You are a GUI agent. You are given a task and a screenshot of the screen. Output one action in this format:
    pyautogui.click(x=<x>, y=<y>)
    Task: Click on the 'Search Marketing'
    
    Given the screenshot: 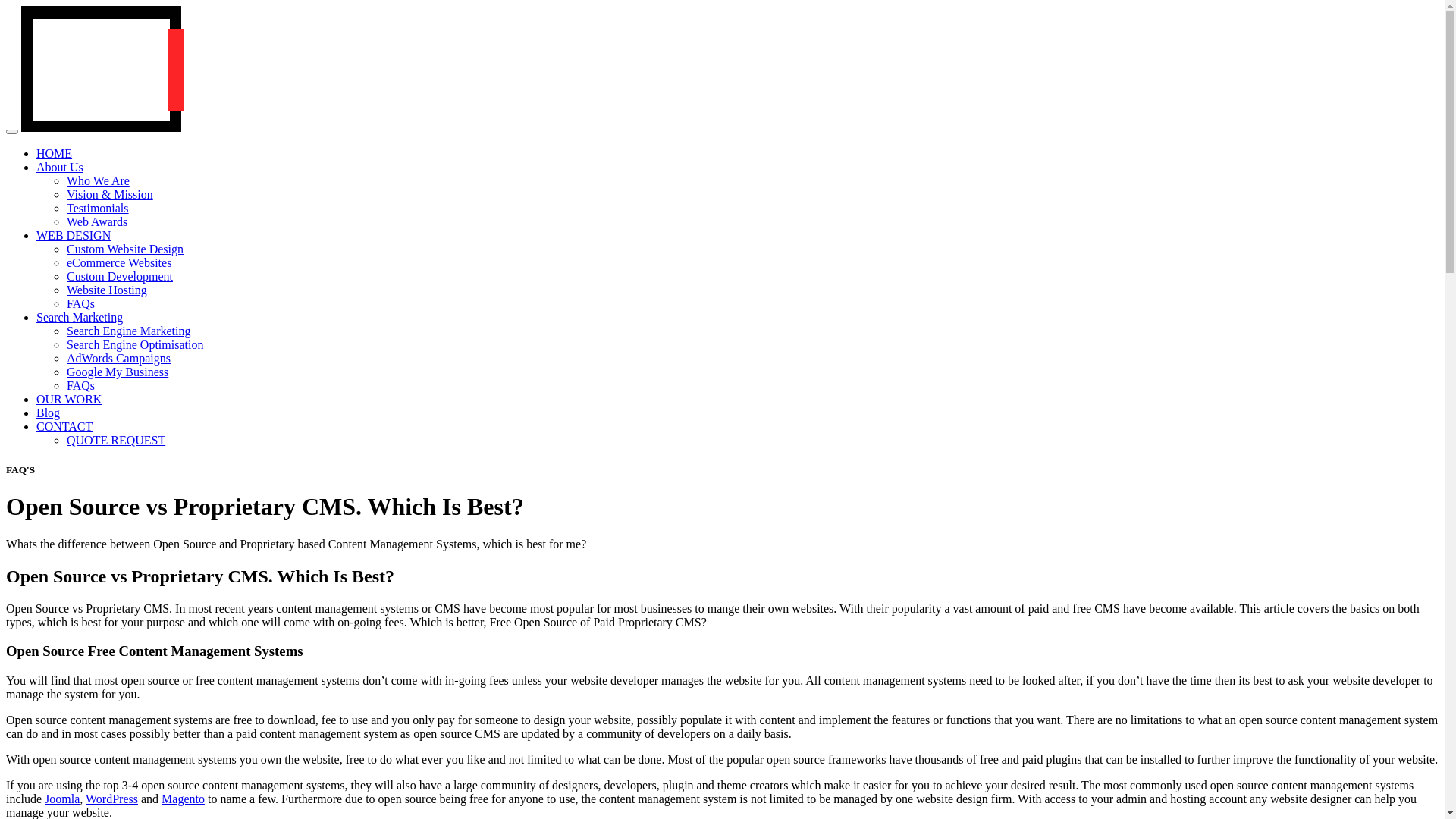 What is the action you would take?
    pyautogui.click(x=79, y=316)
    